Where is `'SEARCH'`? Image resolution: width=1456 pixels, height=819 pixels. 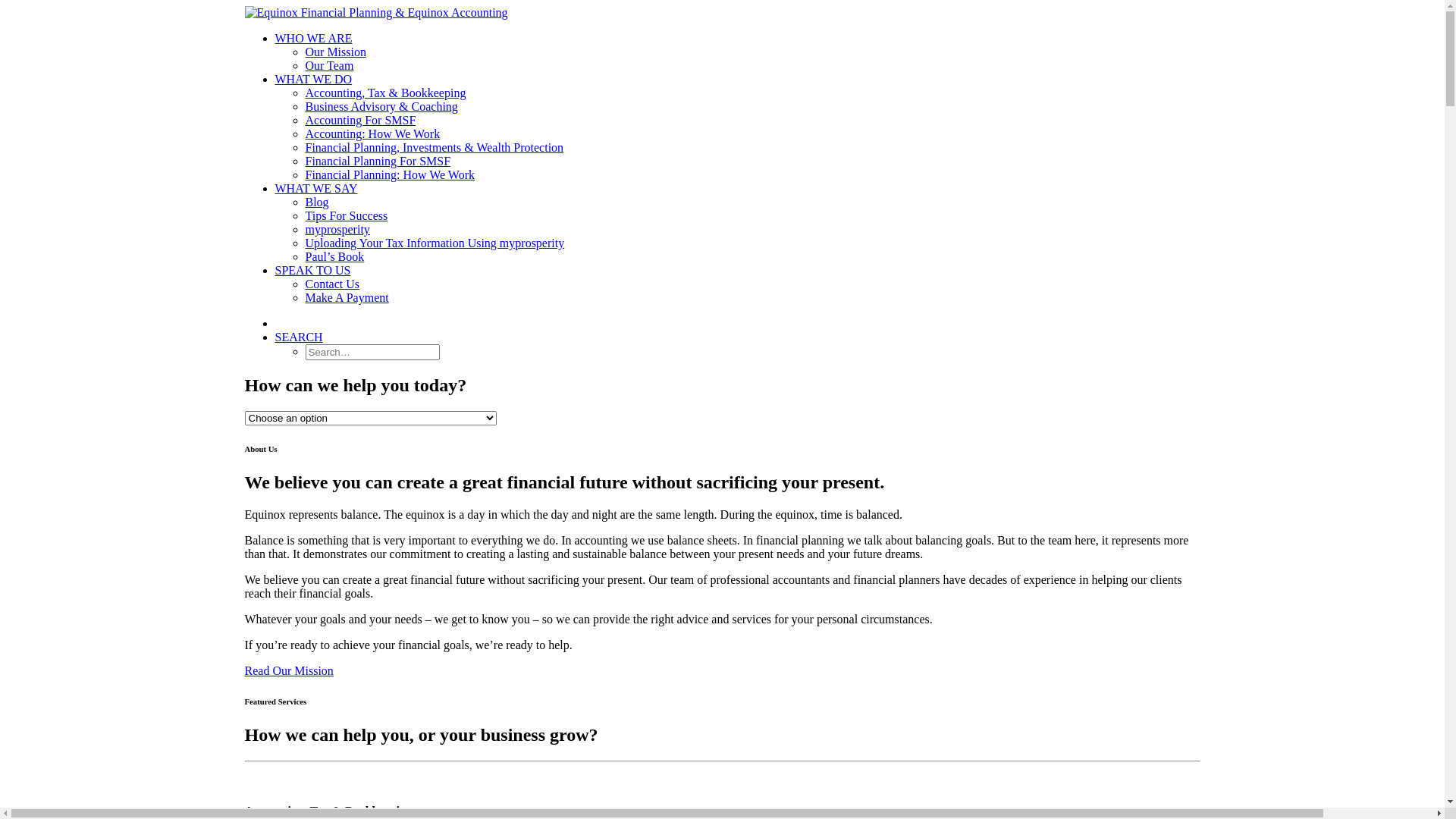
'SEARCH' is located at coordinates (298, 336).